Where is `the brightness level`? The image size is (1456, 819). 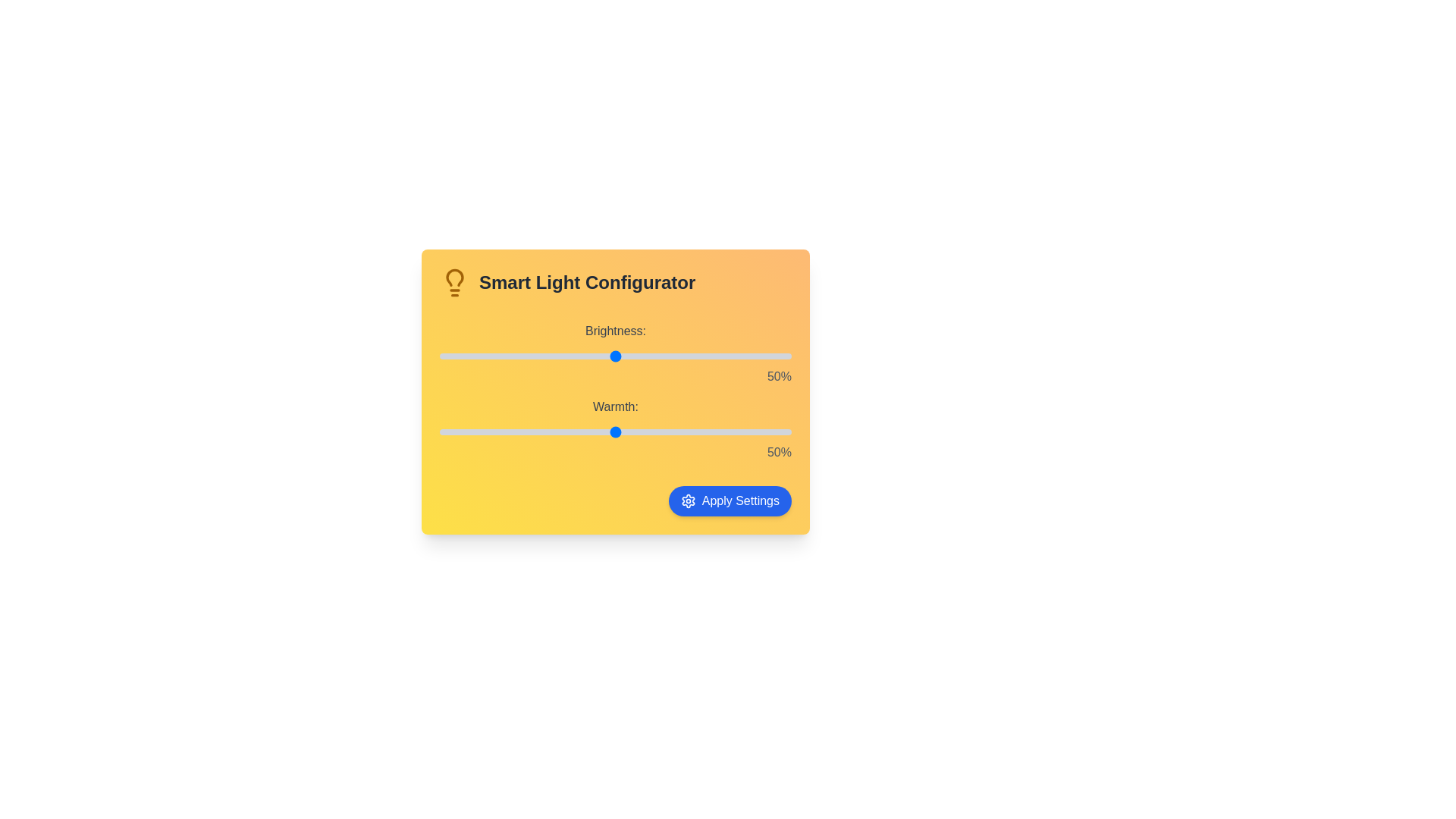 the brightness level is located at coordinates (692, 356).